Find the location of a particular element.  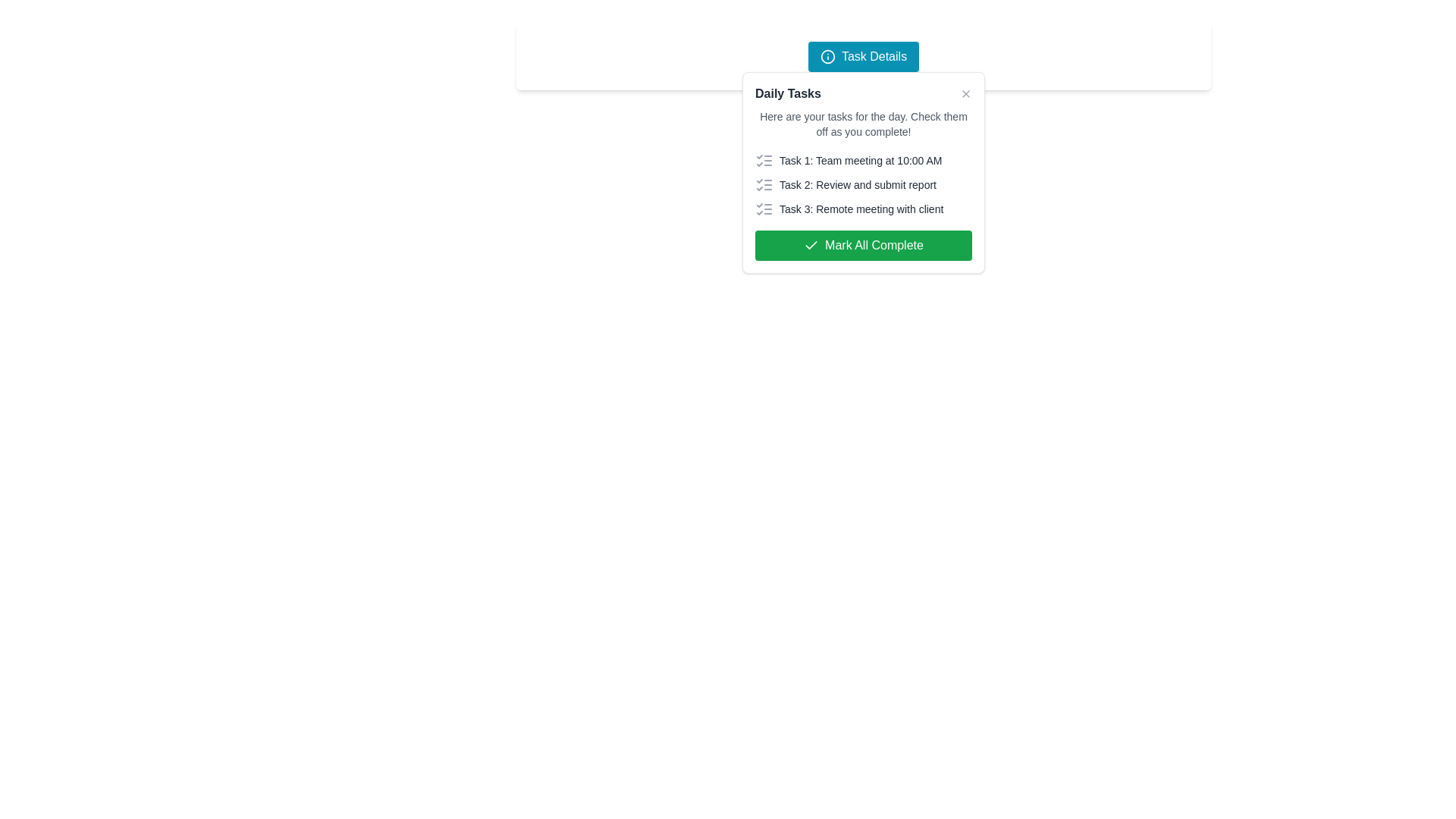

the button that marks all listed tasks as completed, located at the bottom of the popup panel for daily tasks is located at coordinates (863, 245).